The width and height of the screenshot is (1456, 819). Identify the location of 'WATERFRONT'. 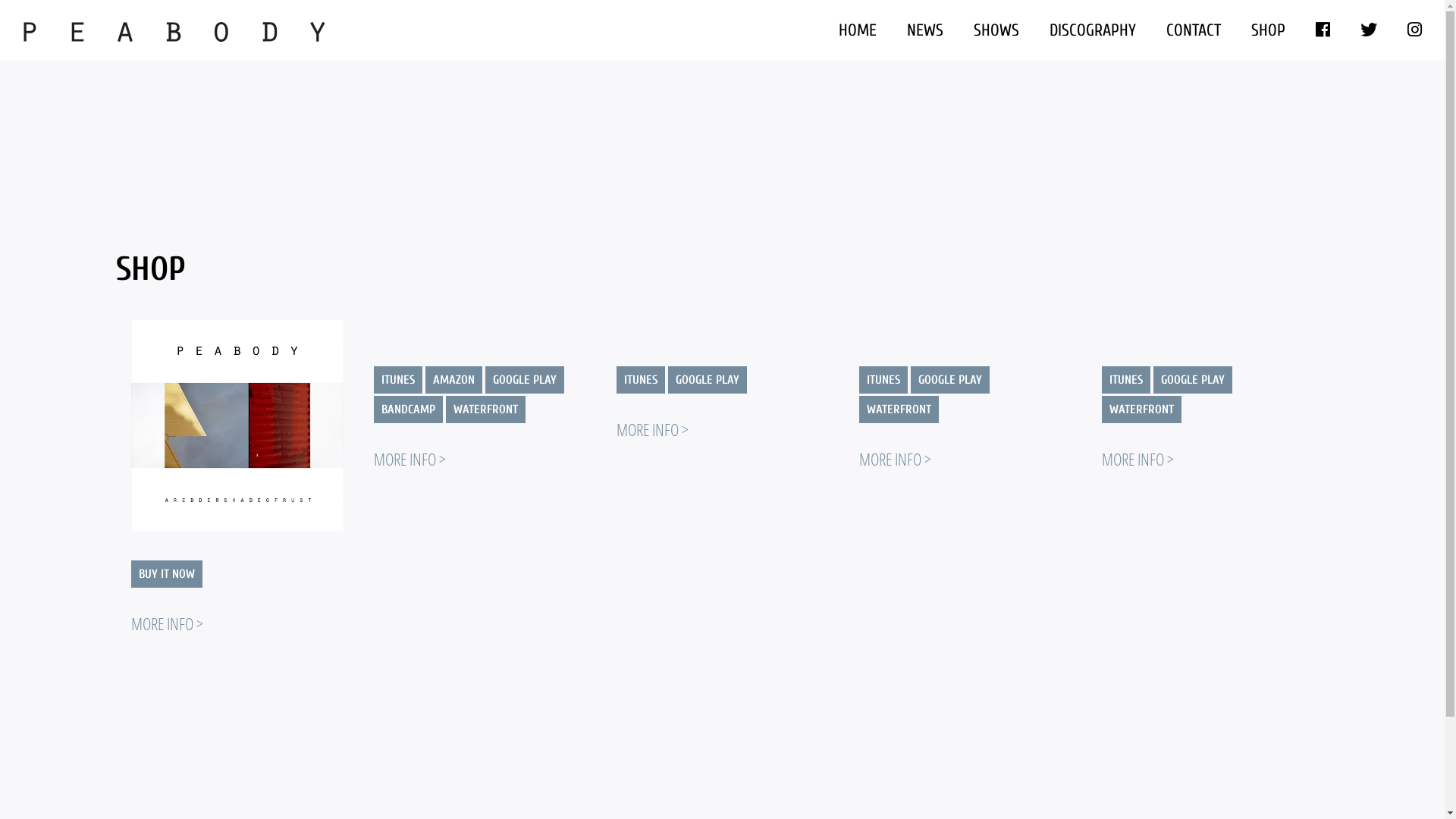
(1100, 409).